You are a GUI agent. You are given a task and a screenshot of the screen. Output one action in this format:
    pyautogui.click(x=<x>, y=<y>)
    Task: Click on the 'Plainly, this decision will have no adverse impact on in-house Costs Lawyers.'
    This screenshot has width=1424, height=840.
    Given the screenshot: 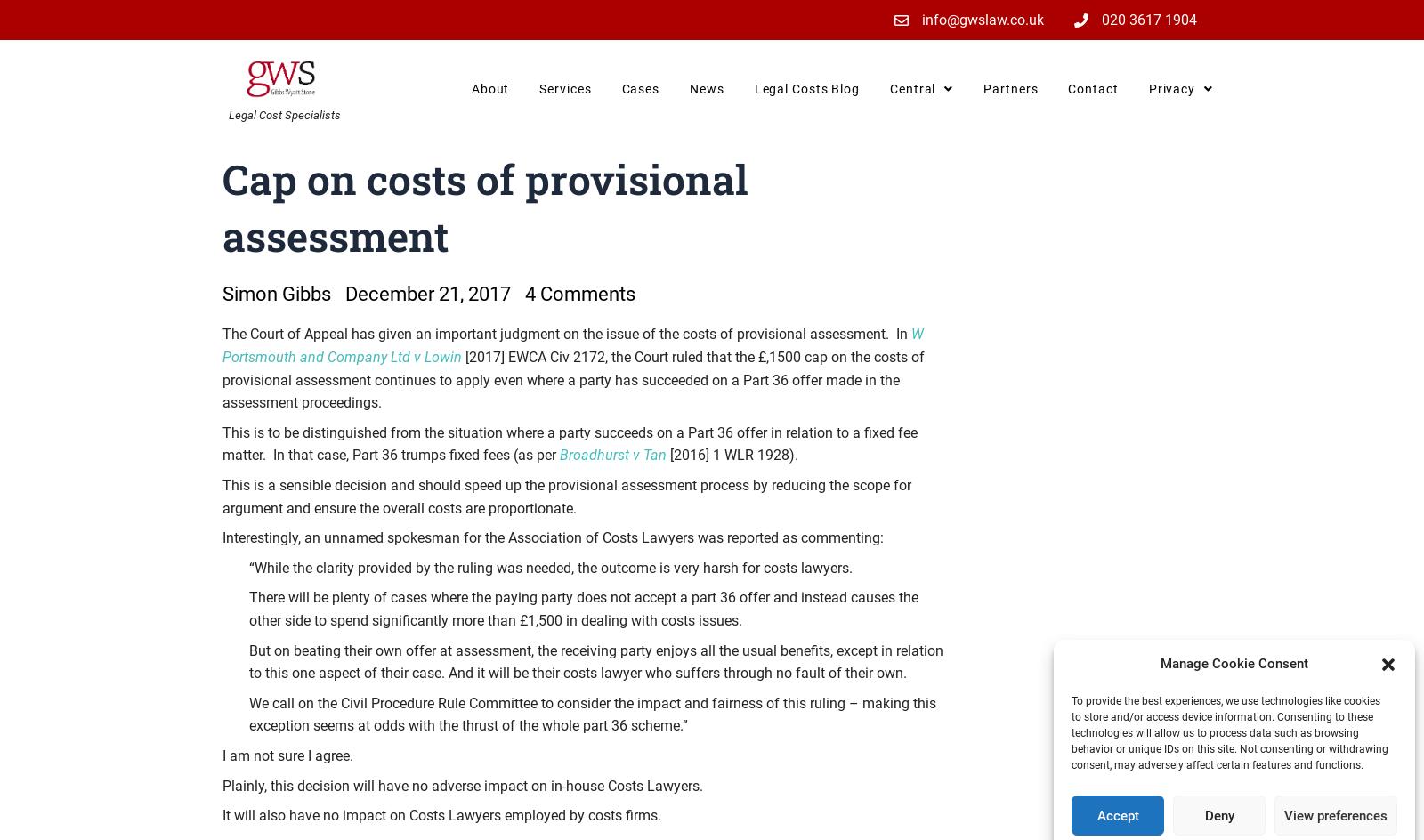 What is the action you would take?
    pyautogui.click(x=222, y=785)
    